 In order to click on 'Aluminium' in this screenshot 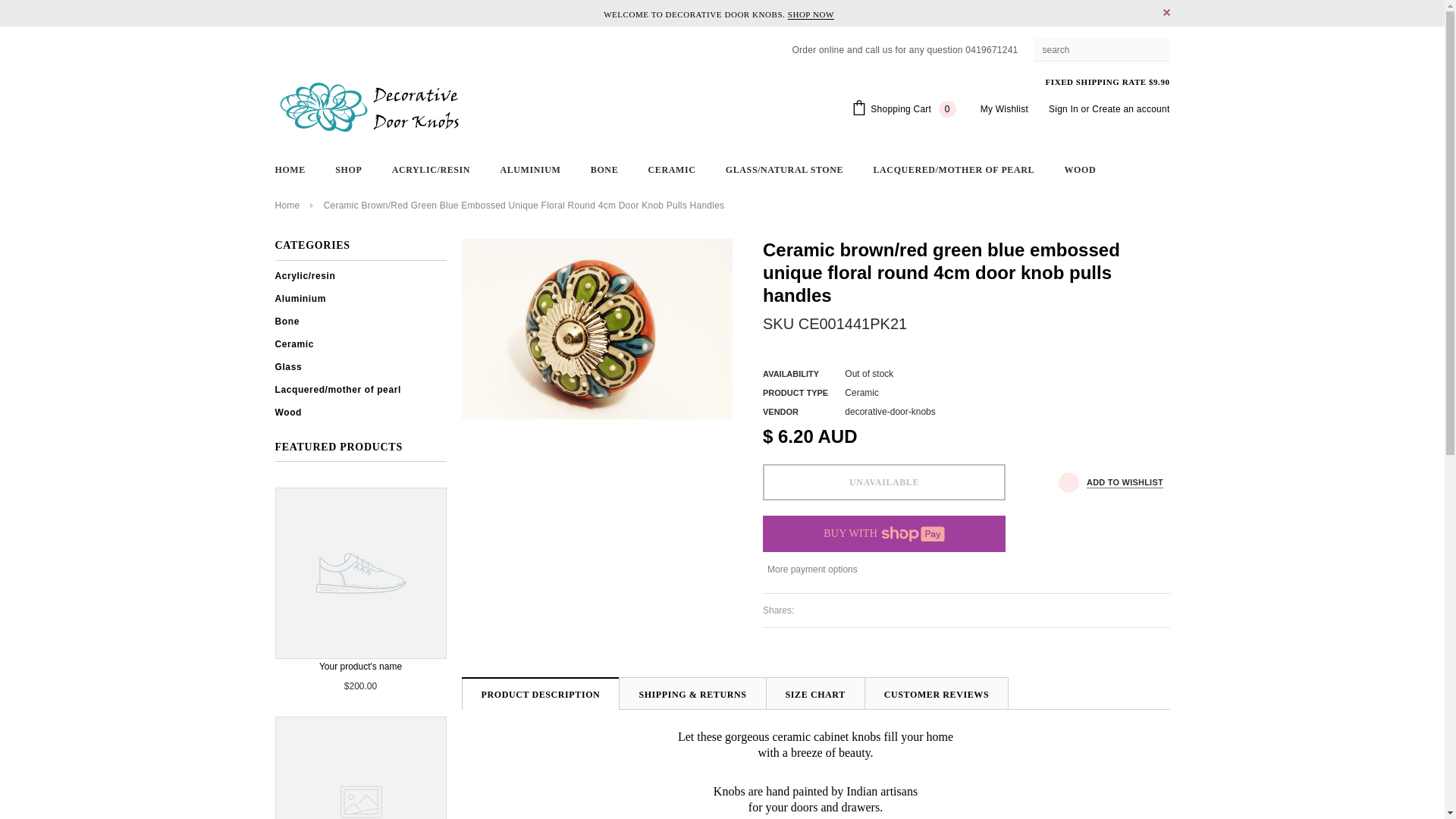, I will do `click(300, 298)`.